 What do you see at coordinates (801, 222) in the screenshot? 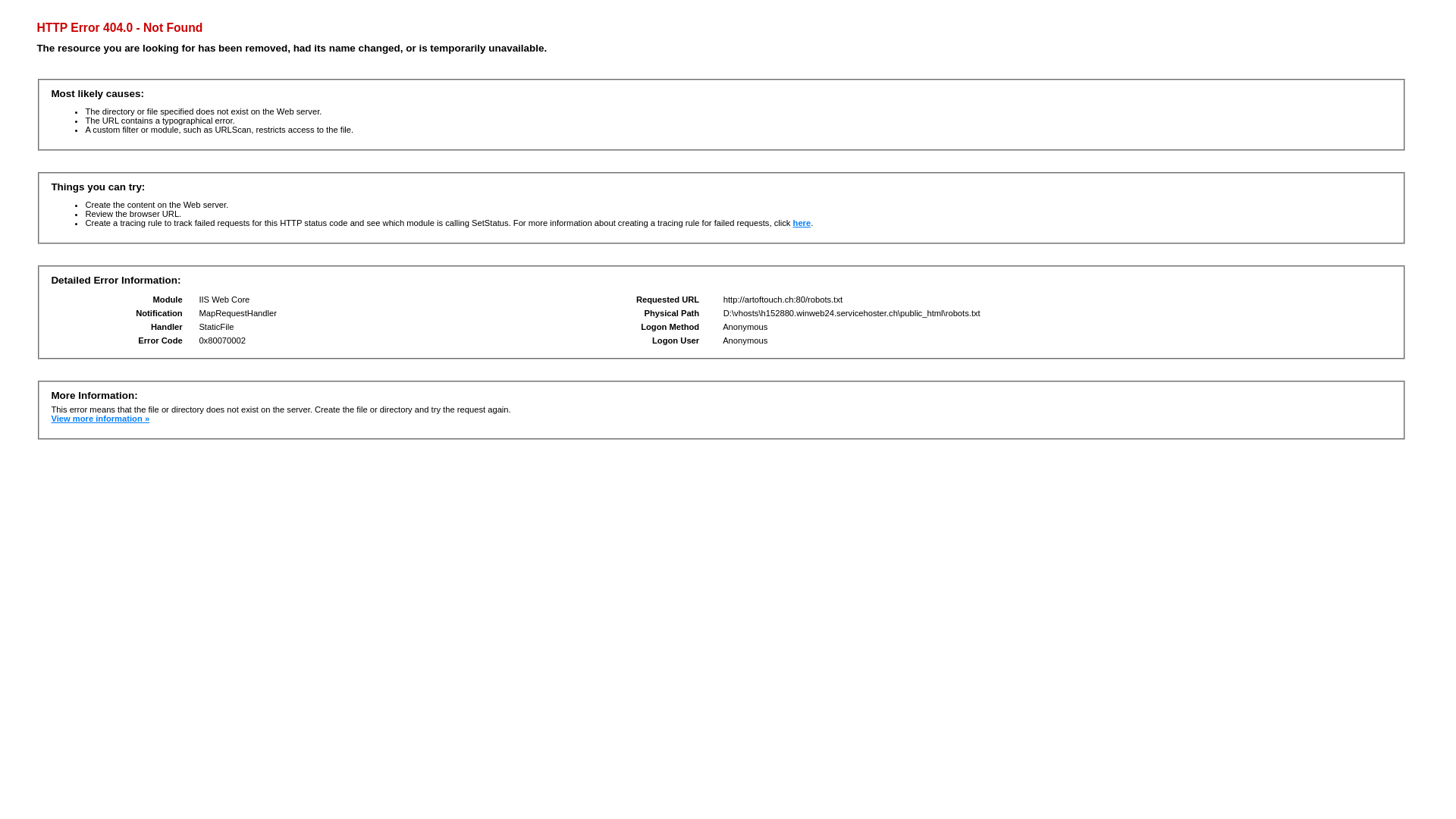
I see `'here'` at bounding box center [801, 222].